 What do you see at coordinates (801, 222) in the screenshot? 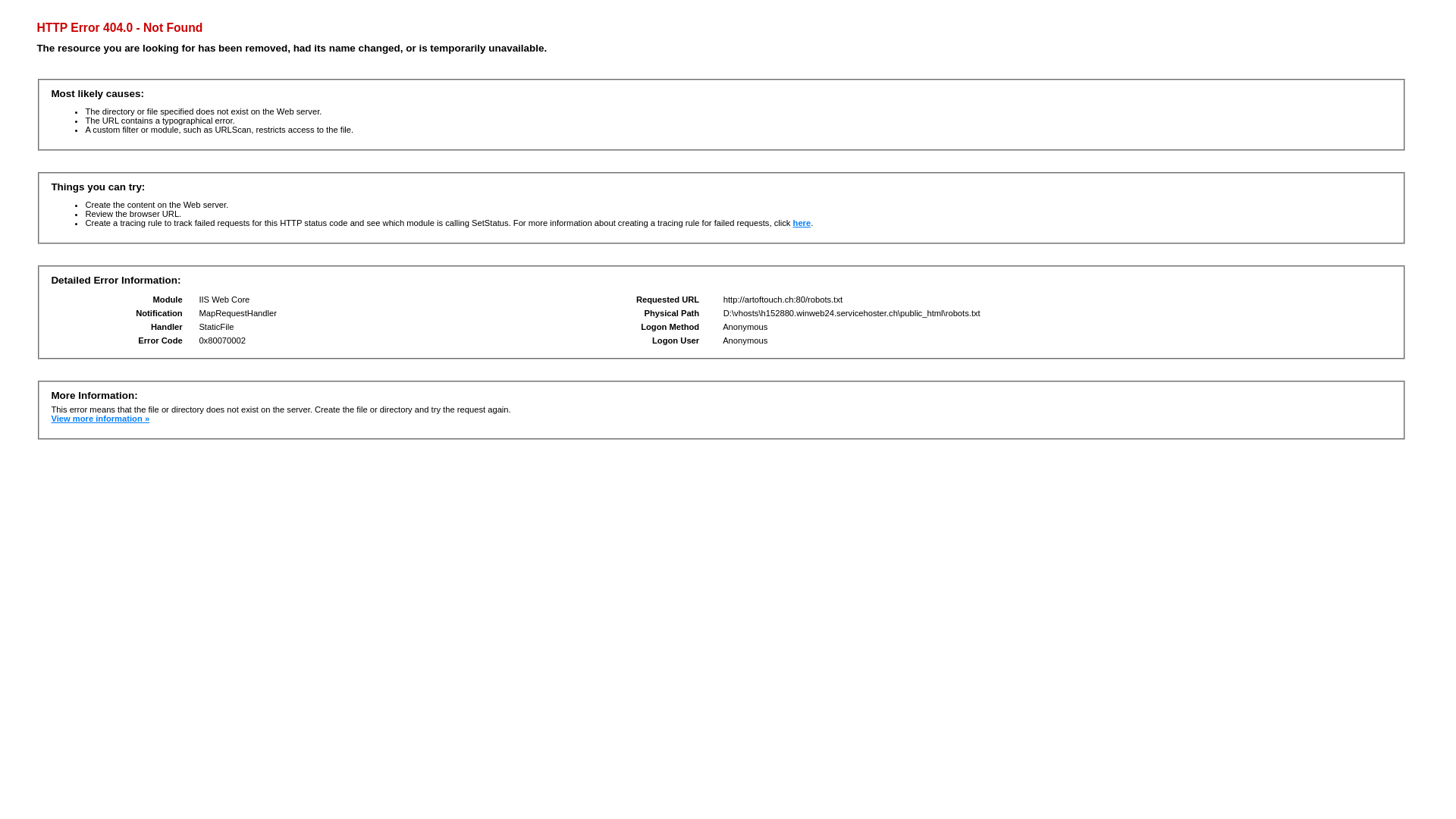
I see `'here'` at bounding box center [801, 222].